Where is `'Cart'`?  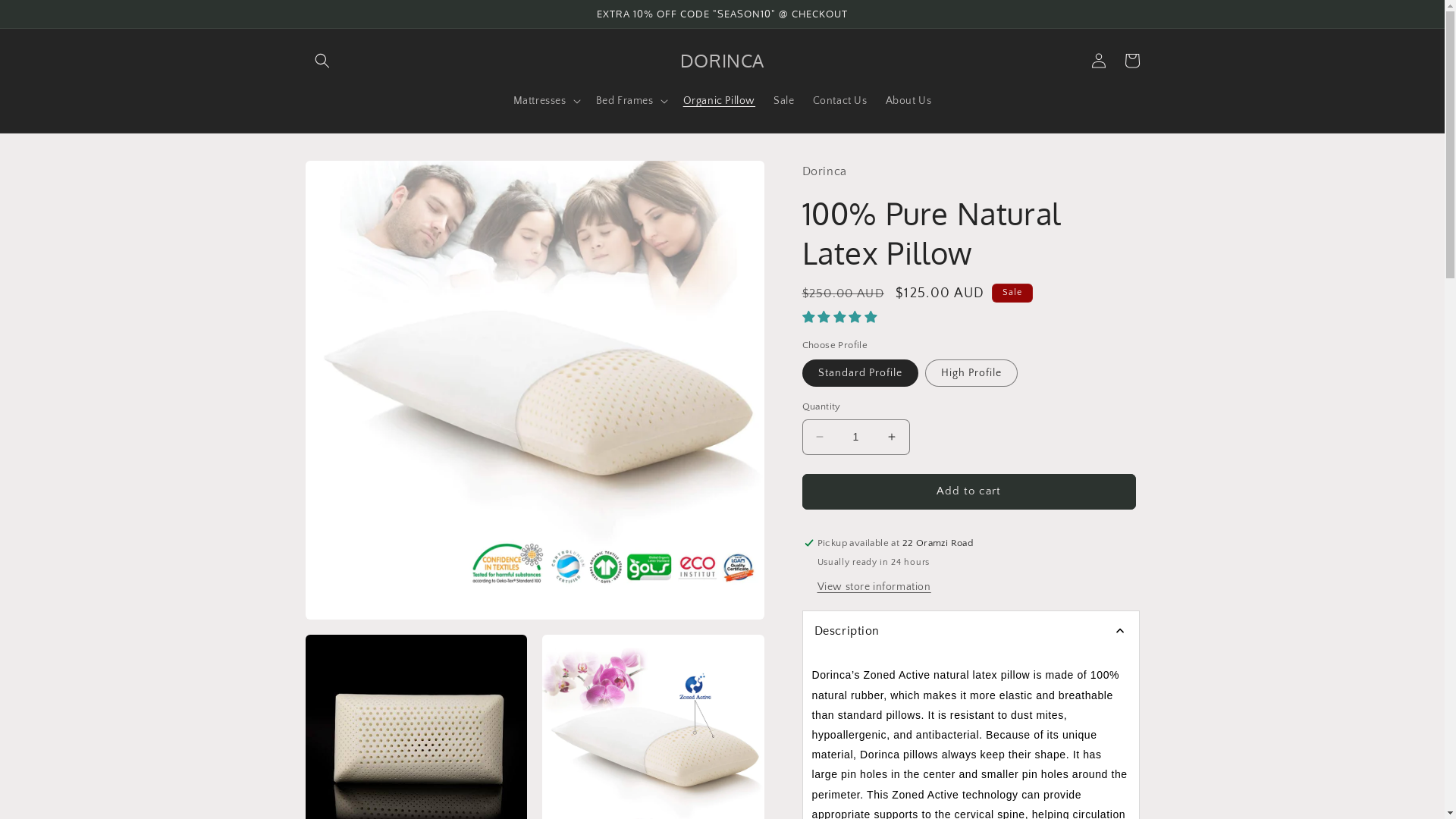
'Cart' is located at coordinates (1131, 60).